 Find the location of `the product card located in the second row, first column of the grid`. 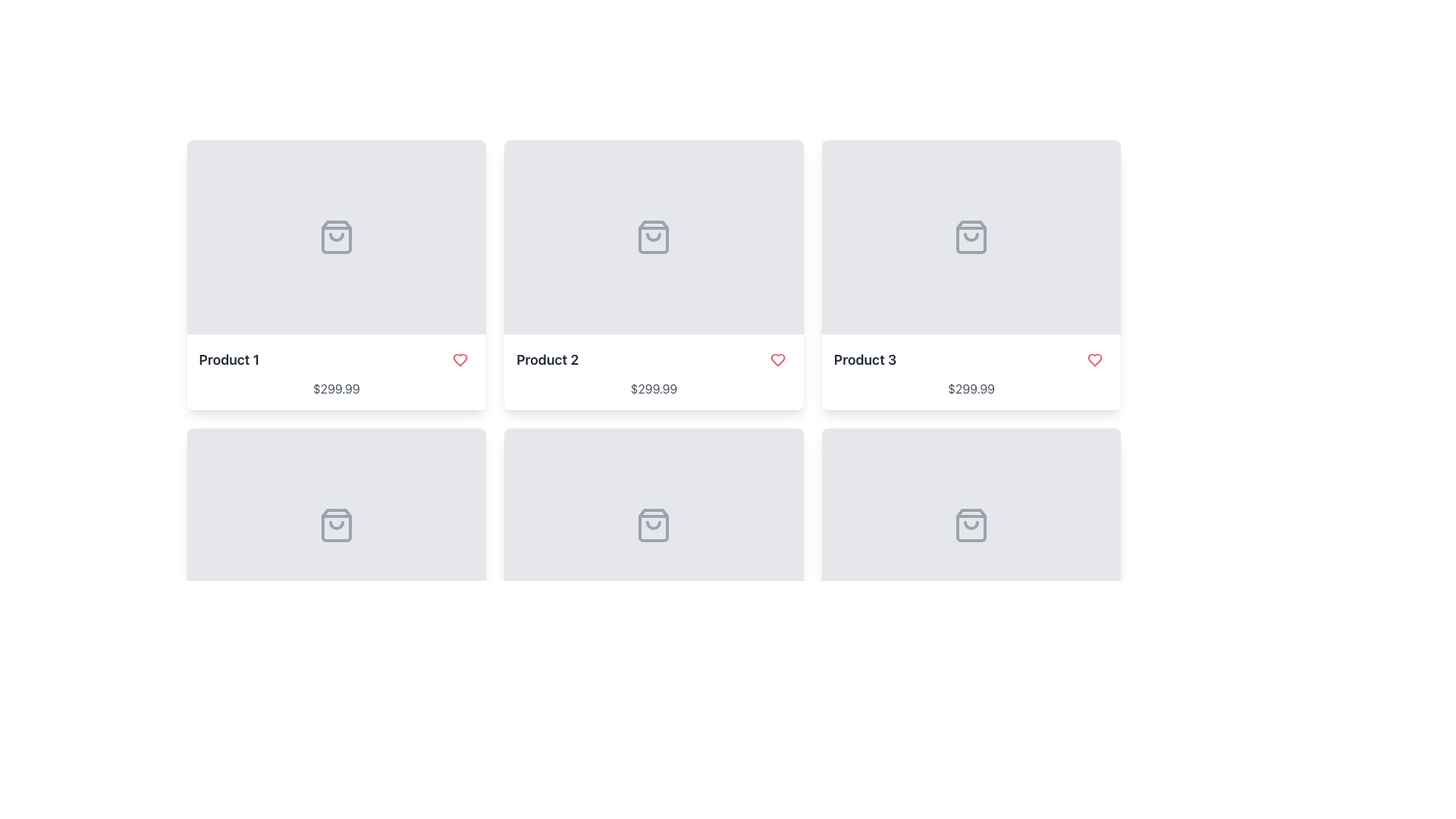

the product card located in the second row, first column of the grid is located at coordinates (335, 563).